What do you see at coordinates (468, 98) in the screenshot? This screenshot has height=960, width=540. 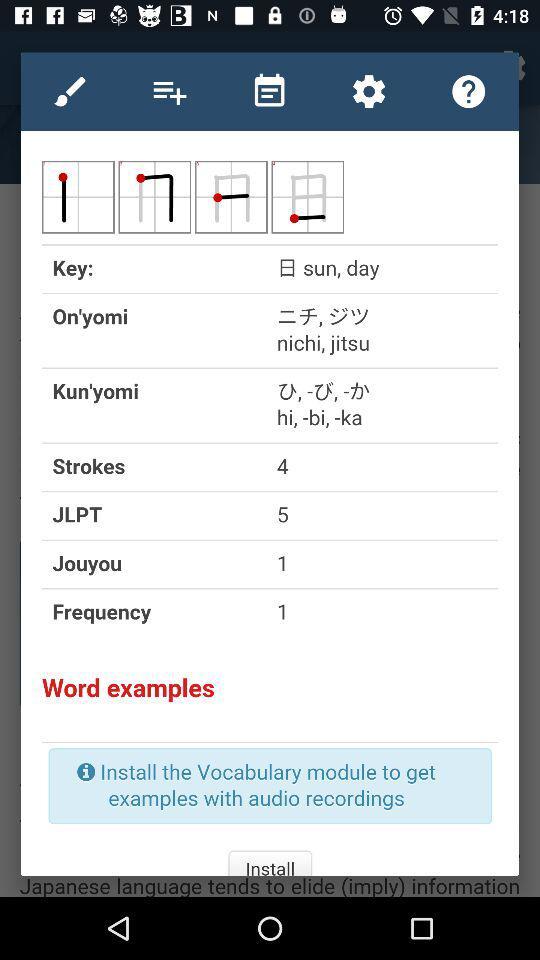 I see `the help icon` at bounding box center [468, 98].